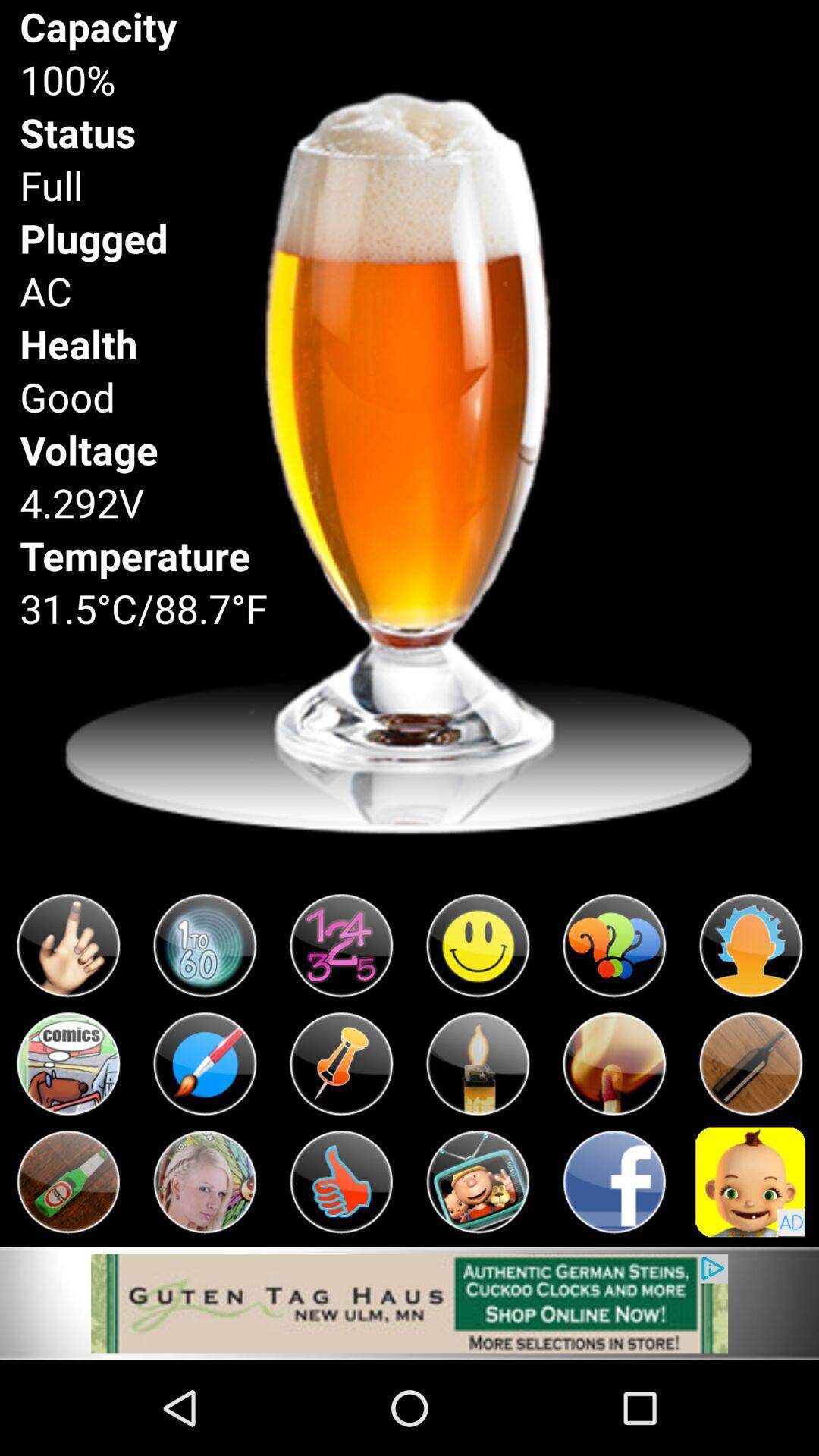 Image resolution: width=819 pixels, height=1456 pixels. Describe the element at coordinates (751, 1265) in the screenshot. I see `the avatar icon` at that location.